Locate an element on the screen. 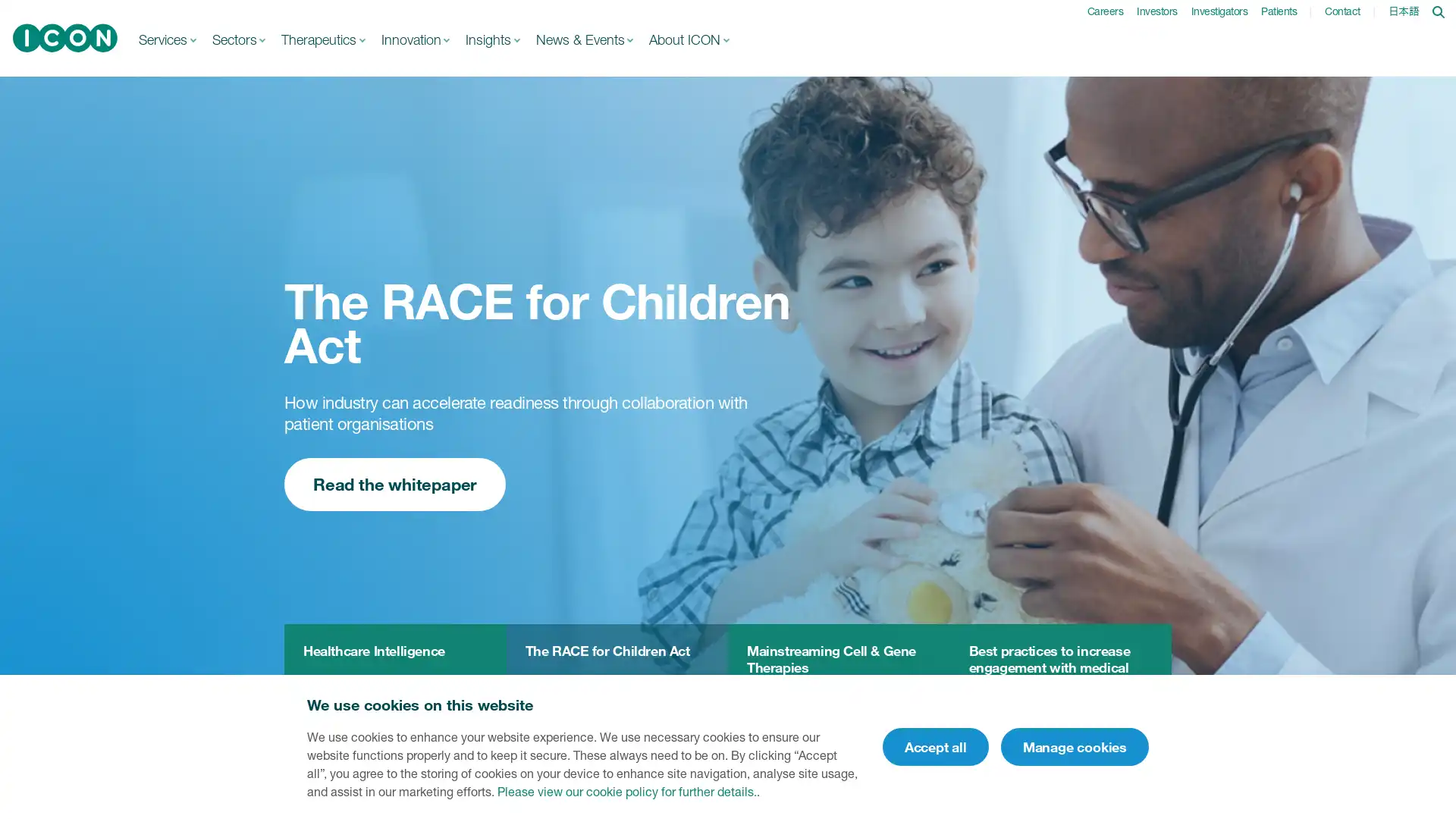  Manage cookies is located at coordinates (1073, 745).